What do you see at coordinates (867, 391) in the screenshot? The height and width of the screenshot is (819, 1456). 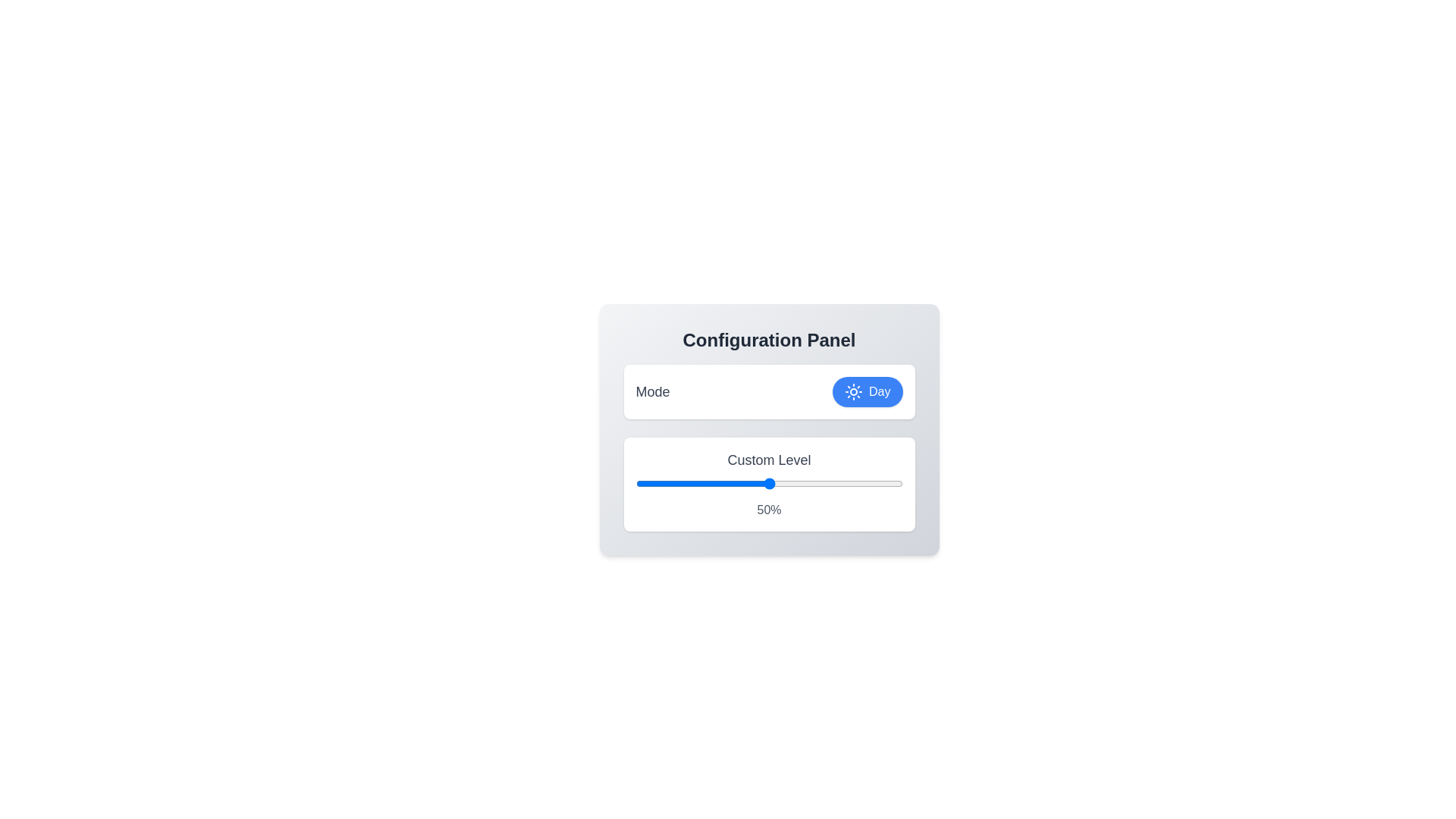 I see `the 'Day' button to toggle the mode` at bounding box center [867, 391].